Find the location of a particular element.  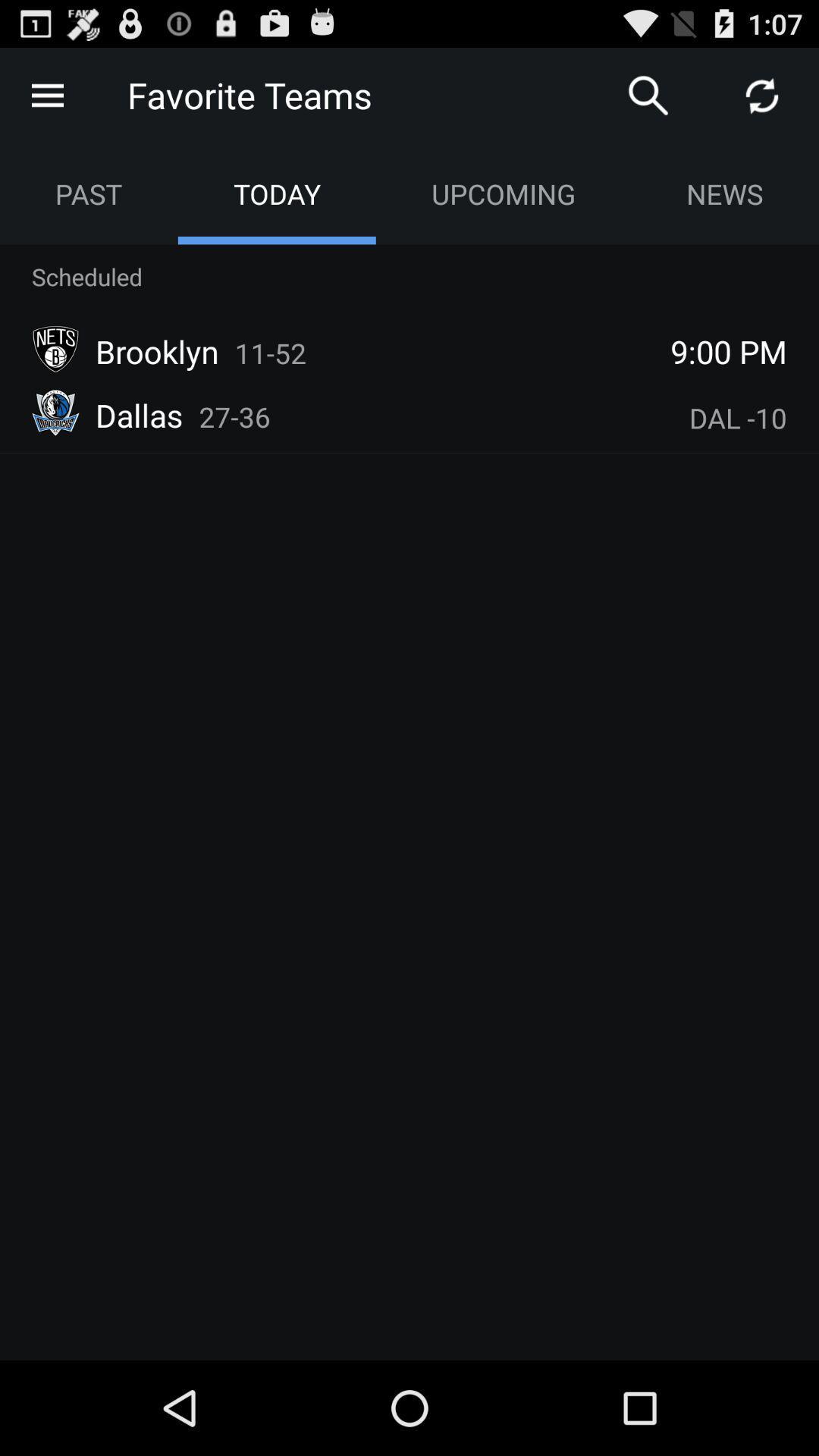

menu is located at coordinates (46, 94).